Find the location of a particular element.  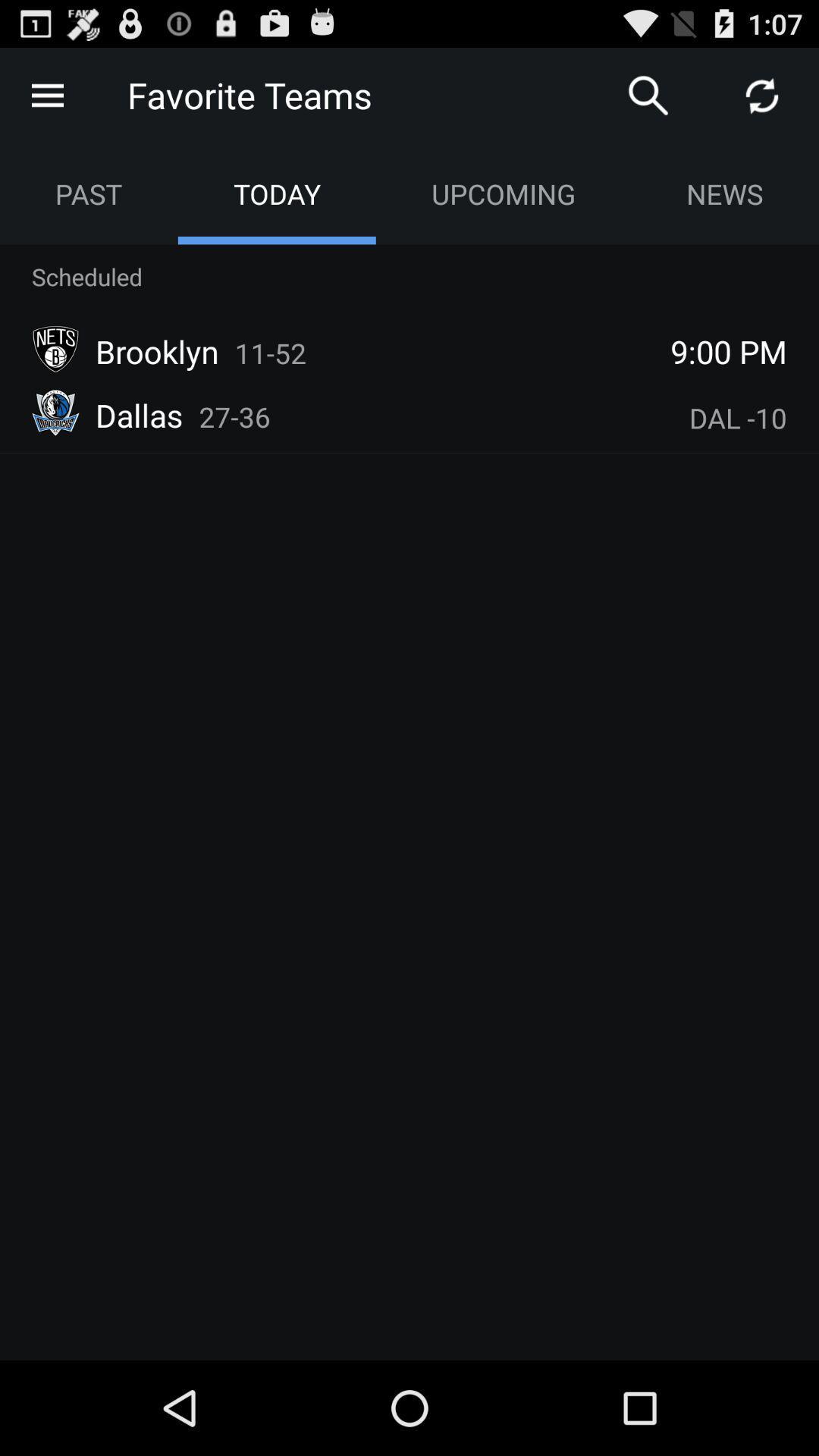

menu is located at coordinates (46, 94).